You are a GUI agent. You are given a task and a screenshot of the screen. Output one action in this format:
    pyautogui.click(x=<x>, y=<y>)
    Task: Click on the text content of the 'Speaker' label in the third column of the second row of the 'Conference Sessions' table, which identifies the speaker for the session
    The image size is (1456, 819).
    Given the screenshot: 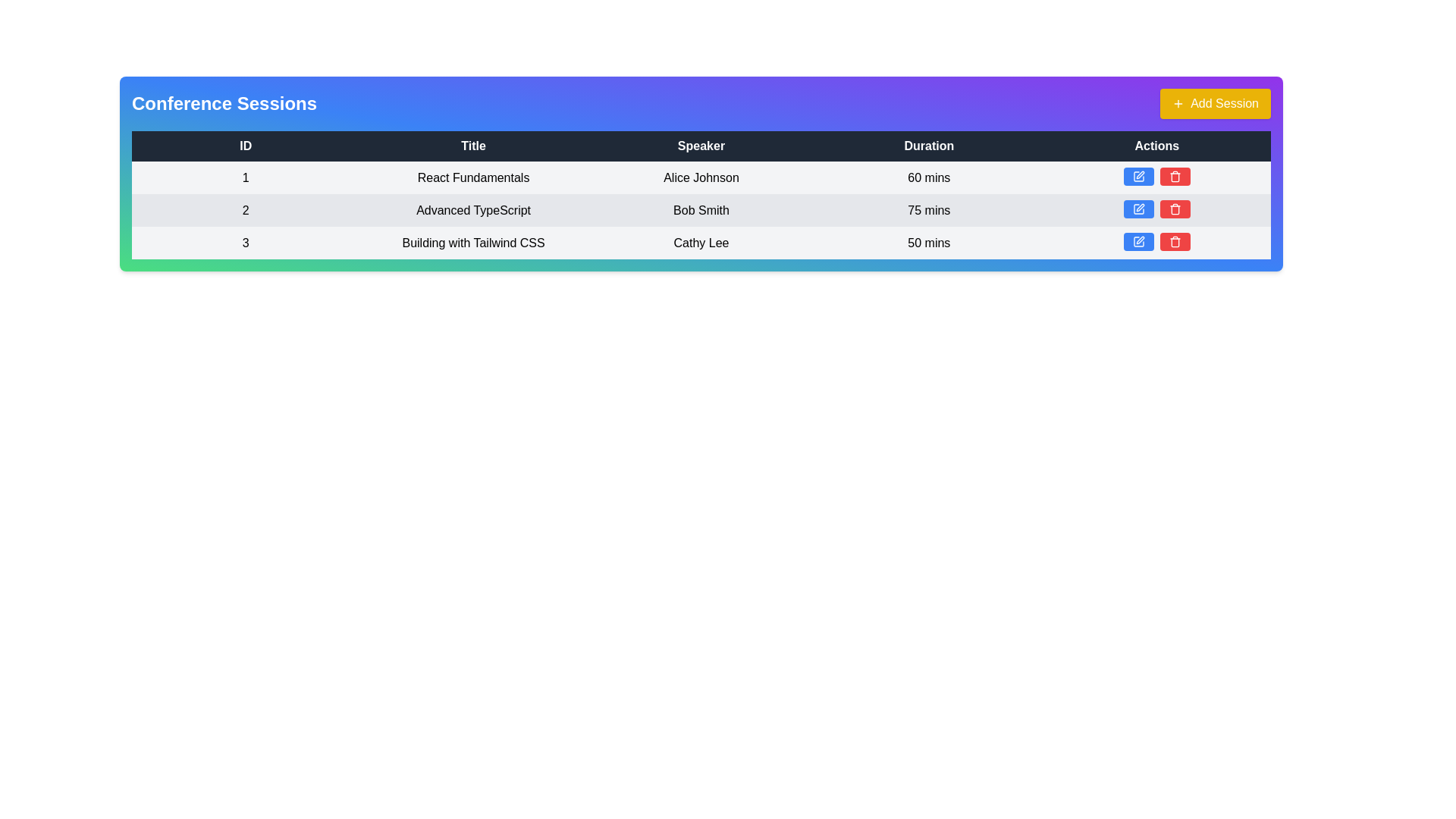 What is the action you would take?
    pyautogui.click(x=701, y=210)
    